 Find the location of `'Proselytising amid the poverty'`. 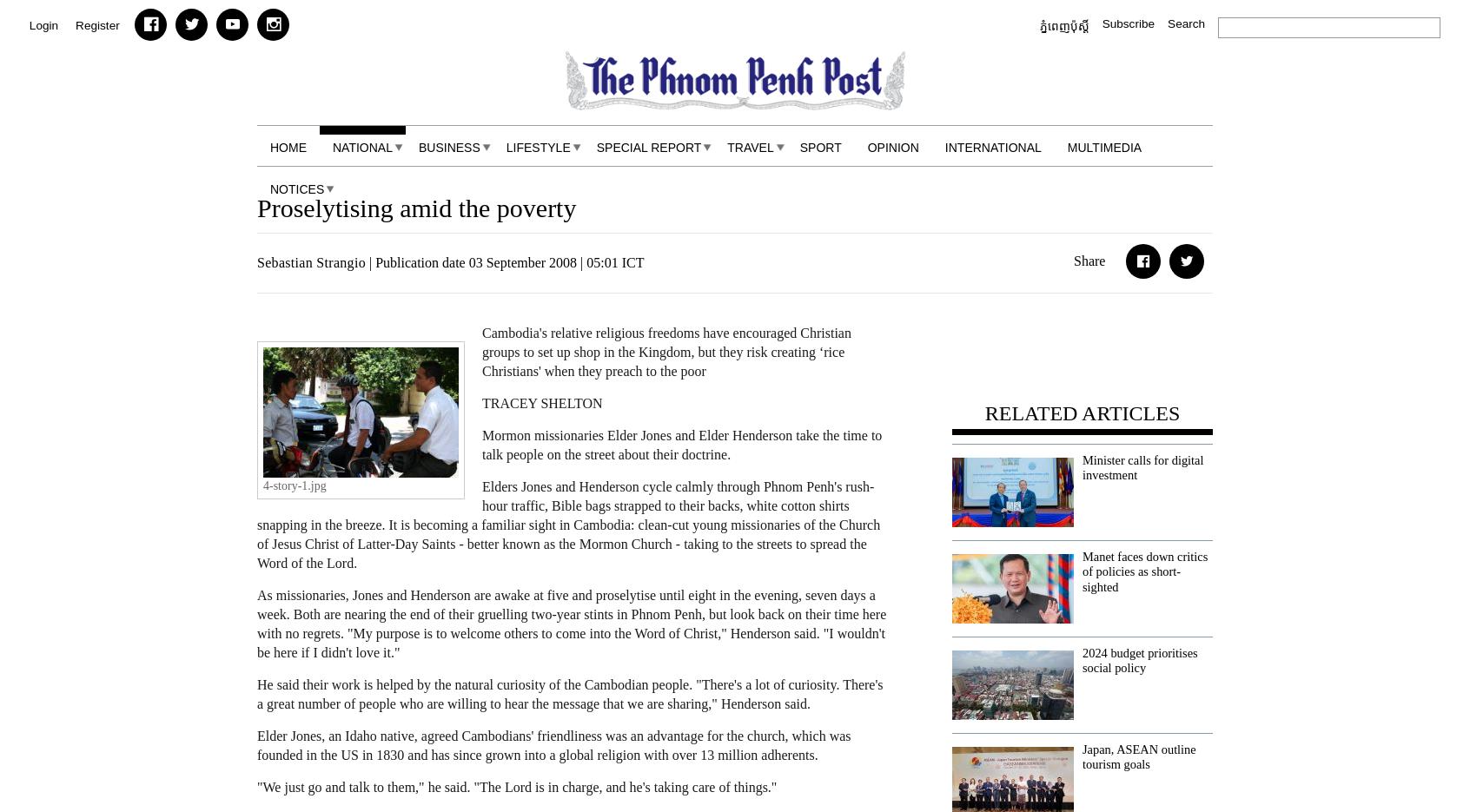

'Proselytising amid the poverty' is located at coordinates (415, 207).